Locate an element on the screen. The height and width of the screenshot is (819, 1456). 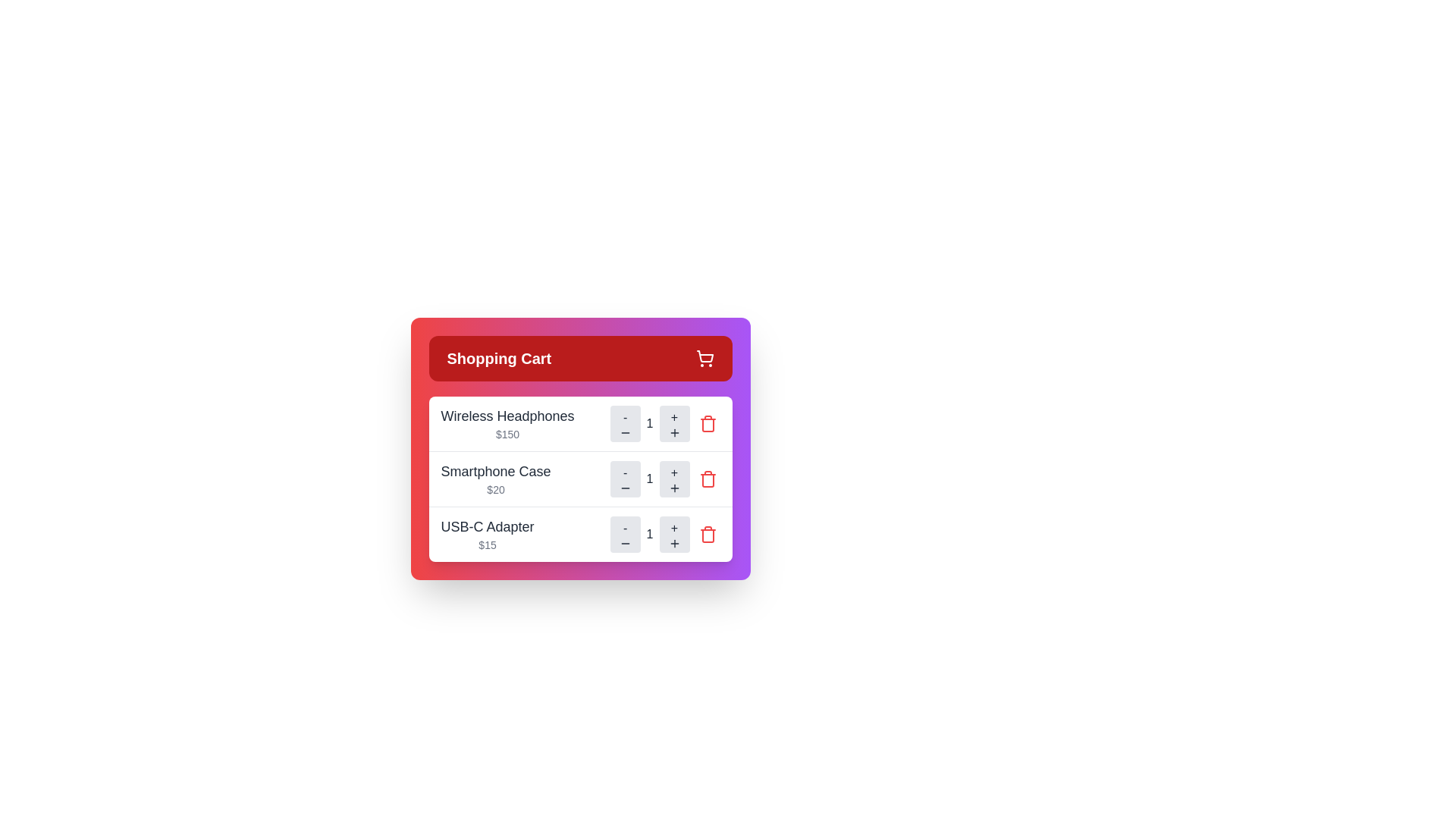
'+' button next to the item specified by Wireless Headphones is located at coordinates (673, 424).